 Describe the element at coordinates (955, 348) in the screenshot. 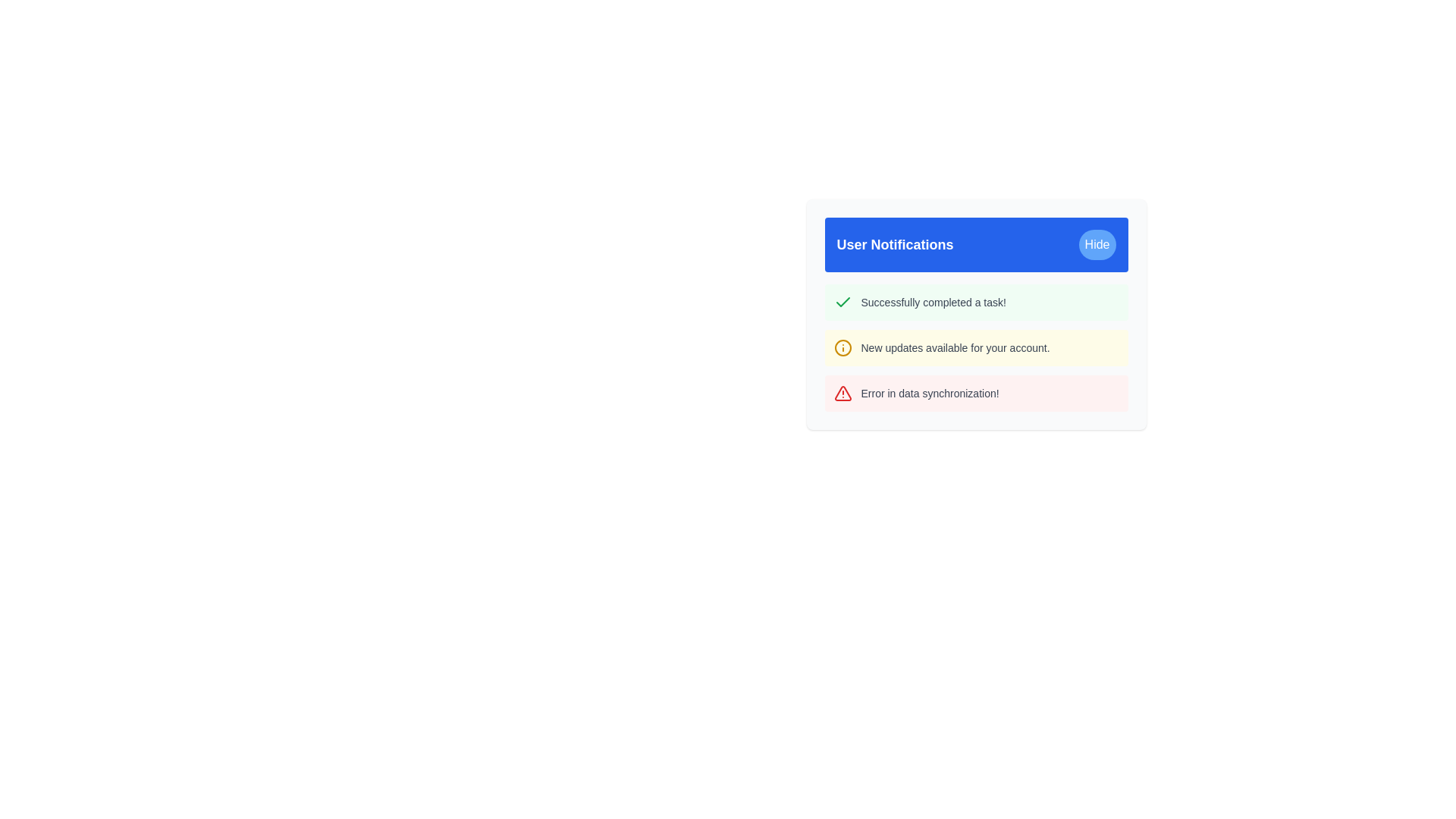

I see `message 'New updates available for your account.' displayed in gray text within the notification area, adjacent to an information icon` at that location.